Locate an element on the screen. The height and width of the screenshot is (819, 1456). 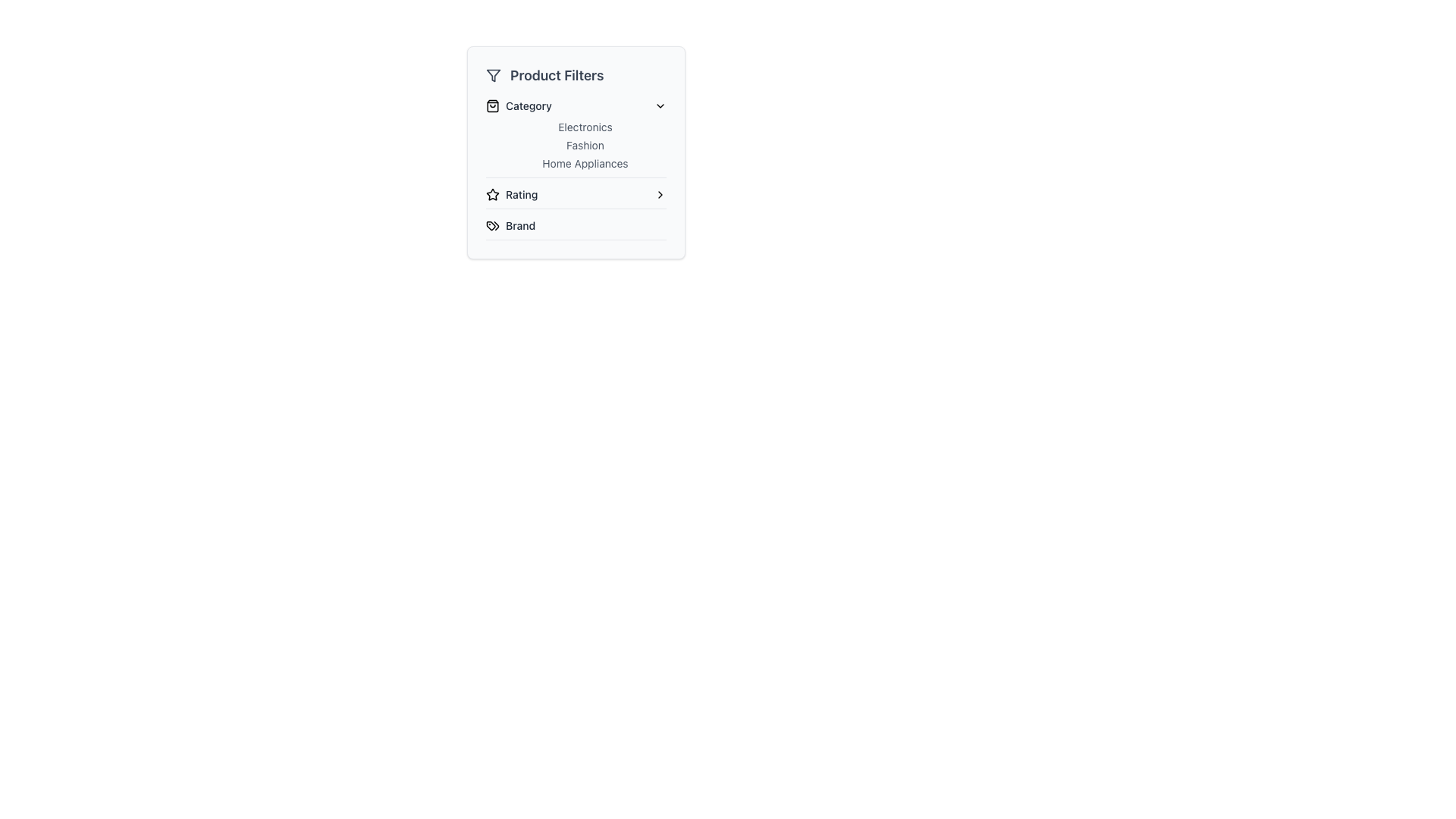
the Icon button located at the end of the 'Rating' row in the 'Product Filters' section is located at coordinates (660, 194).